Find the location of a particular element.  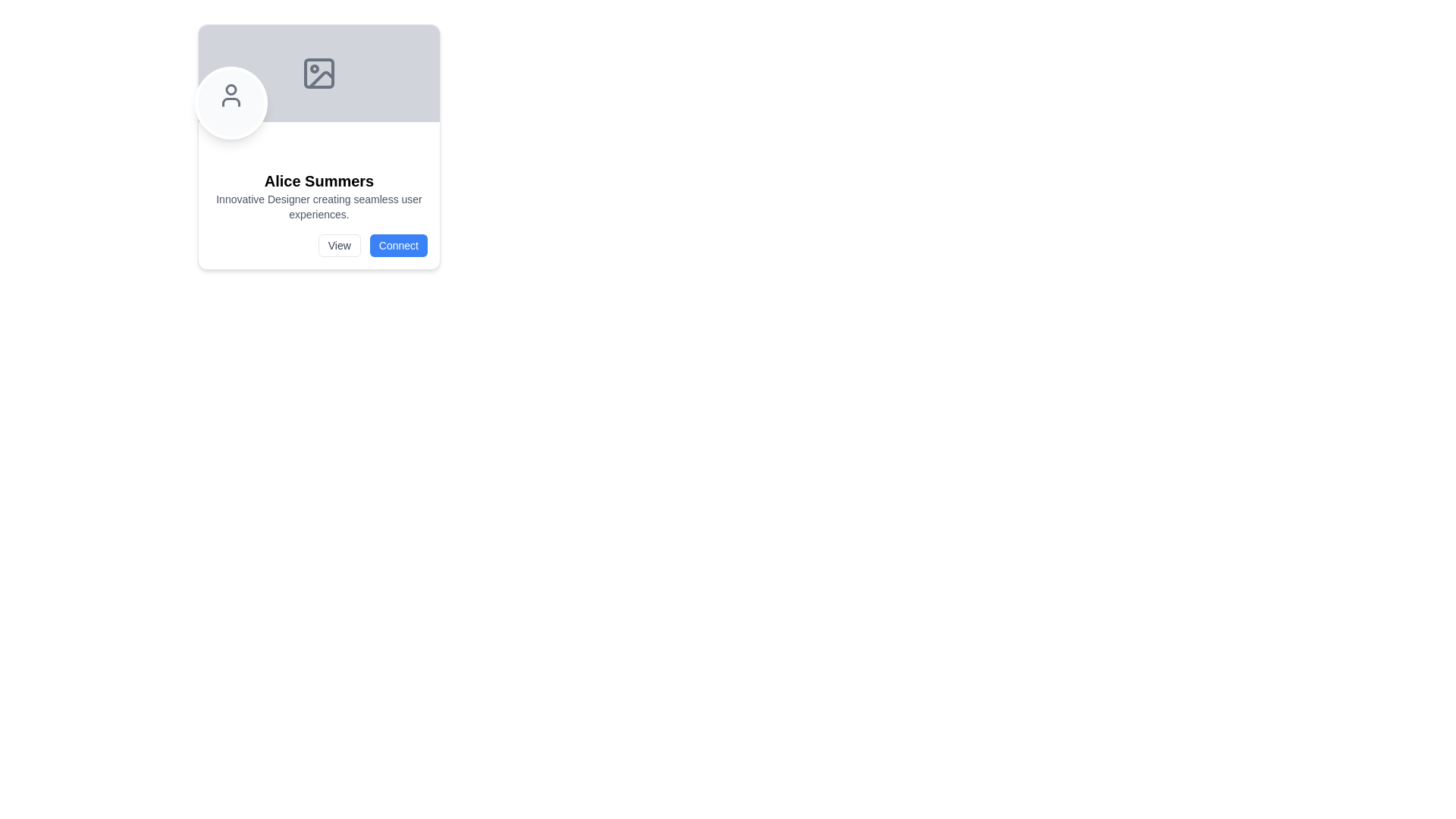

the user's profile icon located at the top-left corner of the card-like UI component, which serves as a primary profile illustration is located at coordinates (231, 96).